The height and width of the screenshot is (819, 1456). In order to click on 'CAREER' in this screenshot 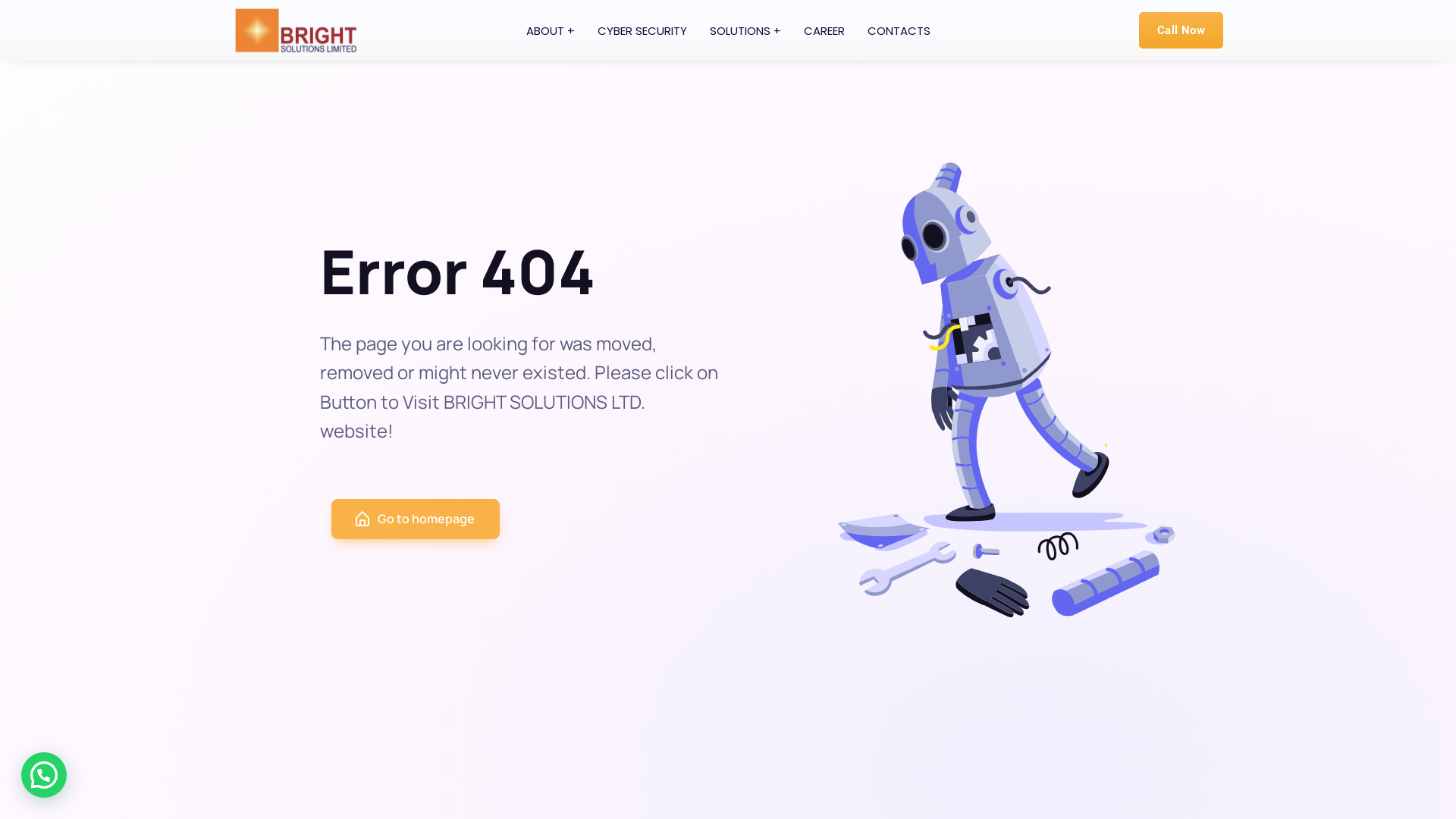, I will do `click(822, 30)`.